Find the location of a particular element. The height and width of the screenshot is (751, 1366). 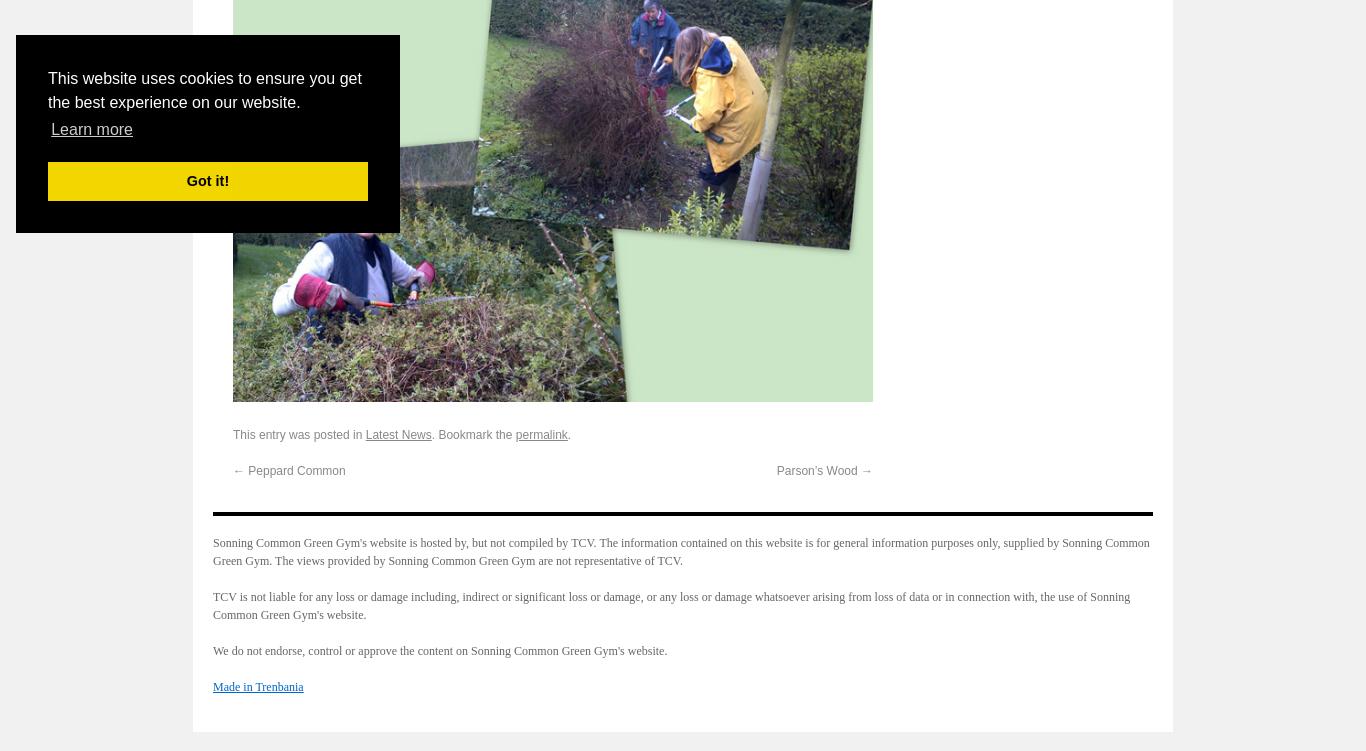

'Peppard Common' is located at coordinates (245, 469).